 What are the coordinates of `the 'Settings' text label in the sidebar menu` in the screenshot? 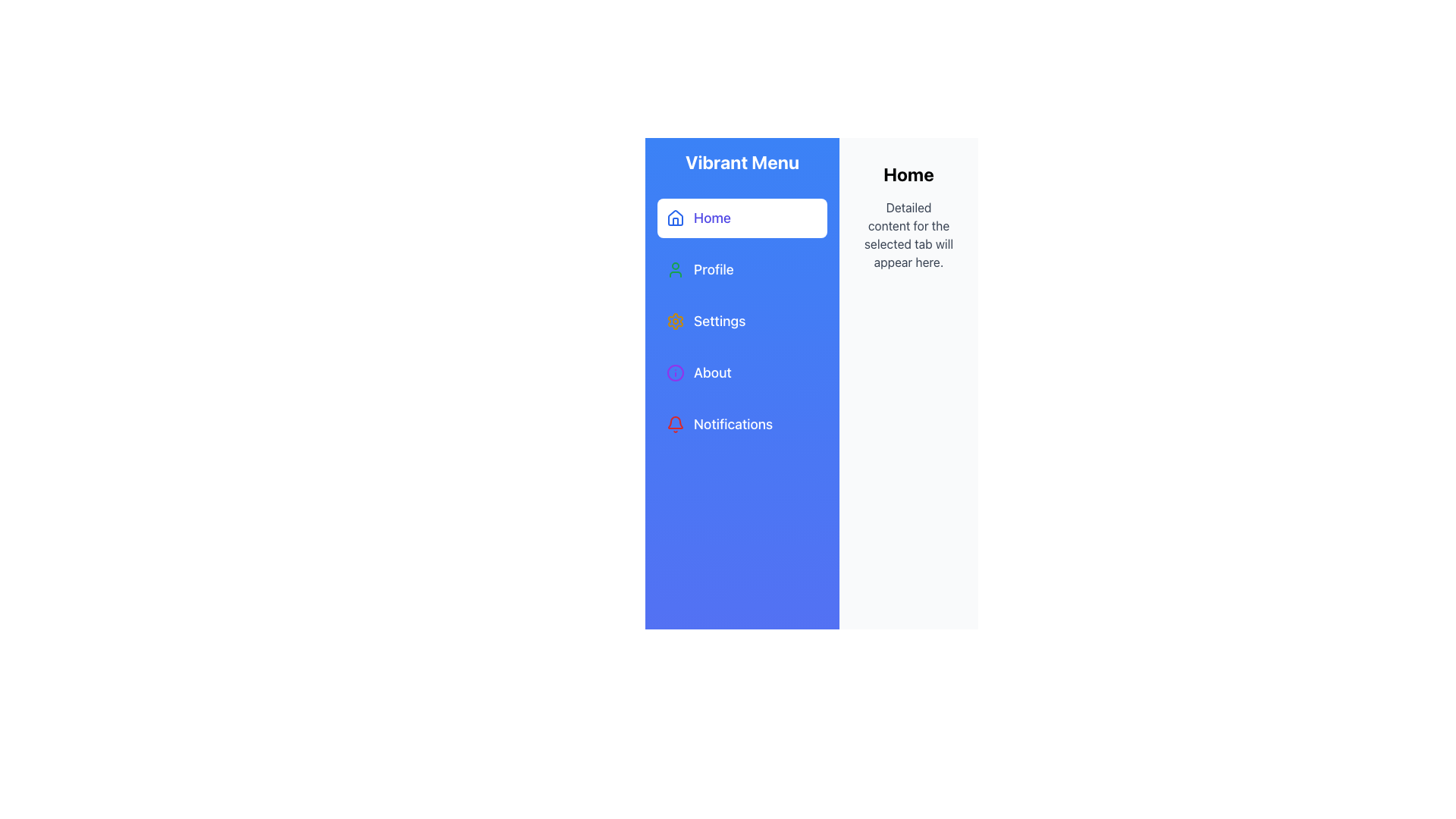 It's located at (719, 321).